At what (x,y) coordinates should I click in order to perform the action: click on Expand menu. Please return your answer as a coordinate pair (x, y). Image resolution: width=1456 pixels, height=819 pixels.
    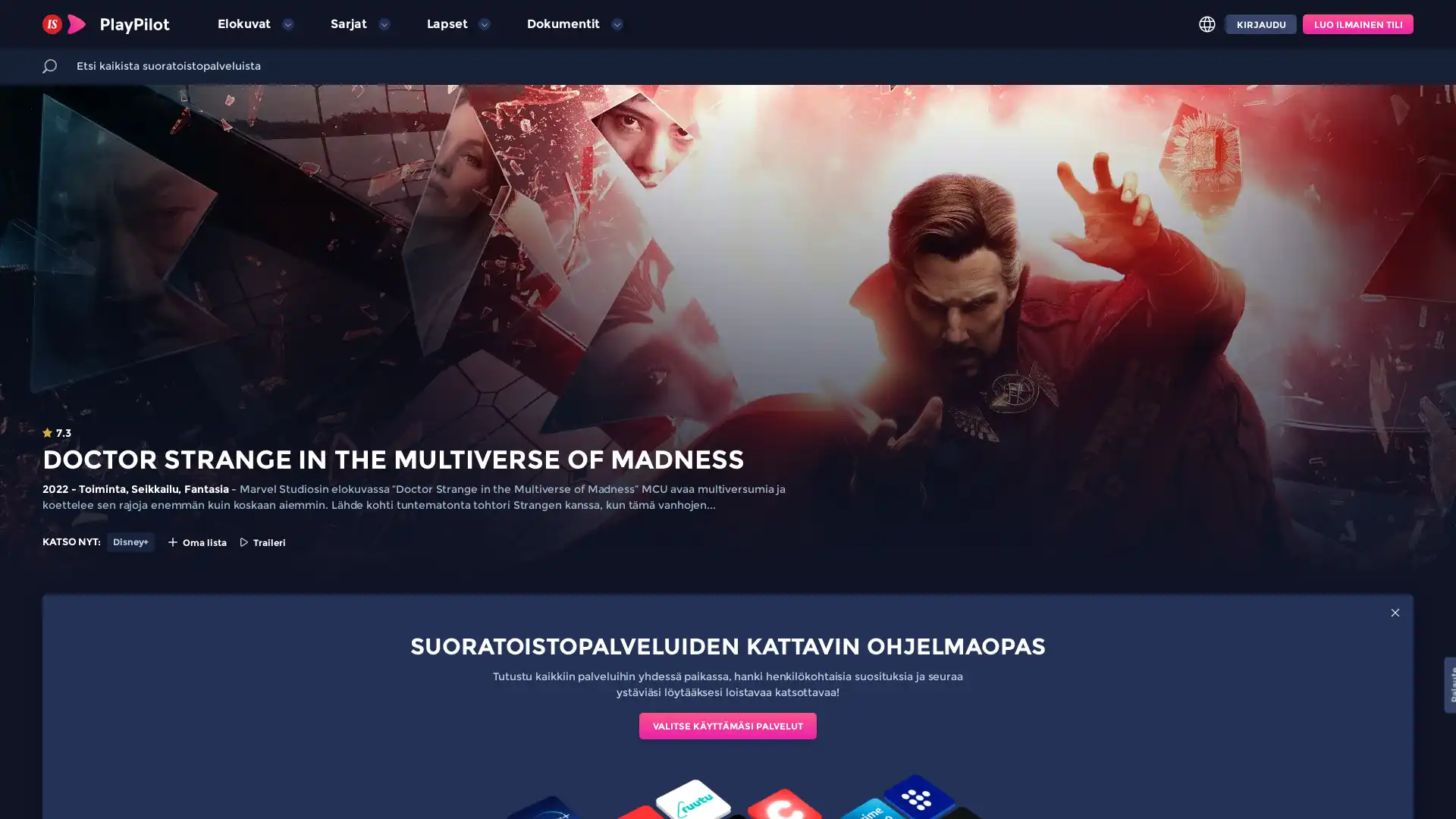
    Looking at the image, I should click on (287, 24).